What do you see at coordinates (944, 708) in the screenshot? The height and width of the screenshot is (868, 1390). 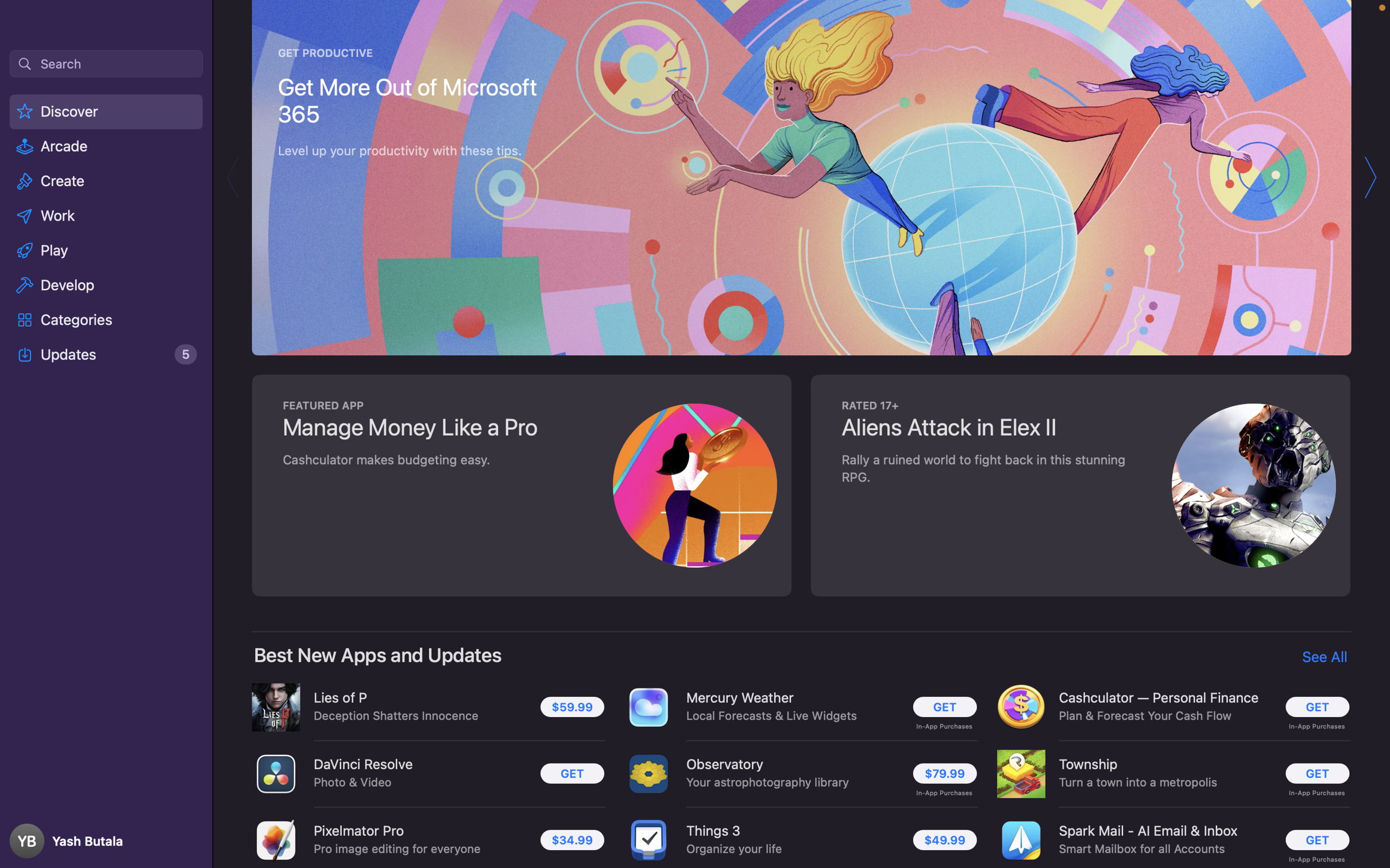 I see `Proceed with the installation of the Mercury Weather program` at bounding box center [944, 708].